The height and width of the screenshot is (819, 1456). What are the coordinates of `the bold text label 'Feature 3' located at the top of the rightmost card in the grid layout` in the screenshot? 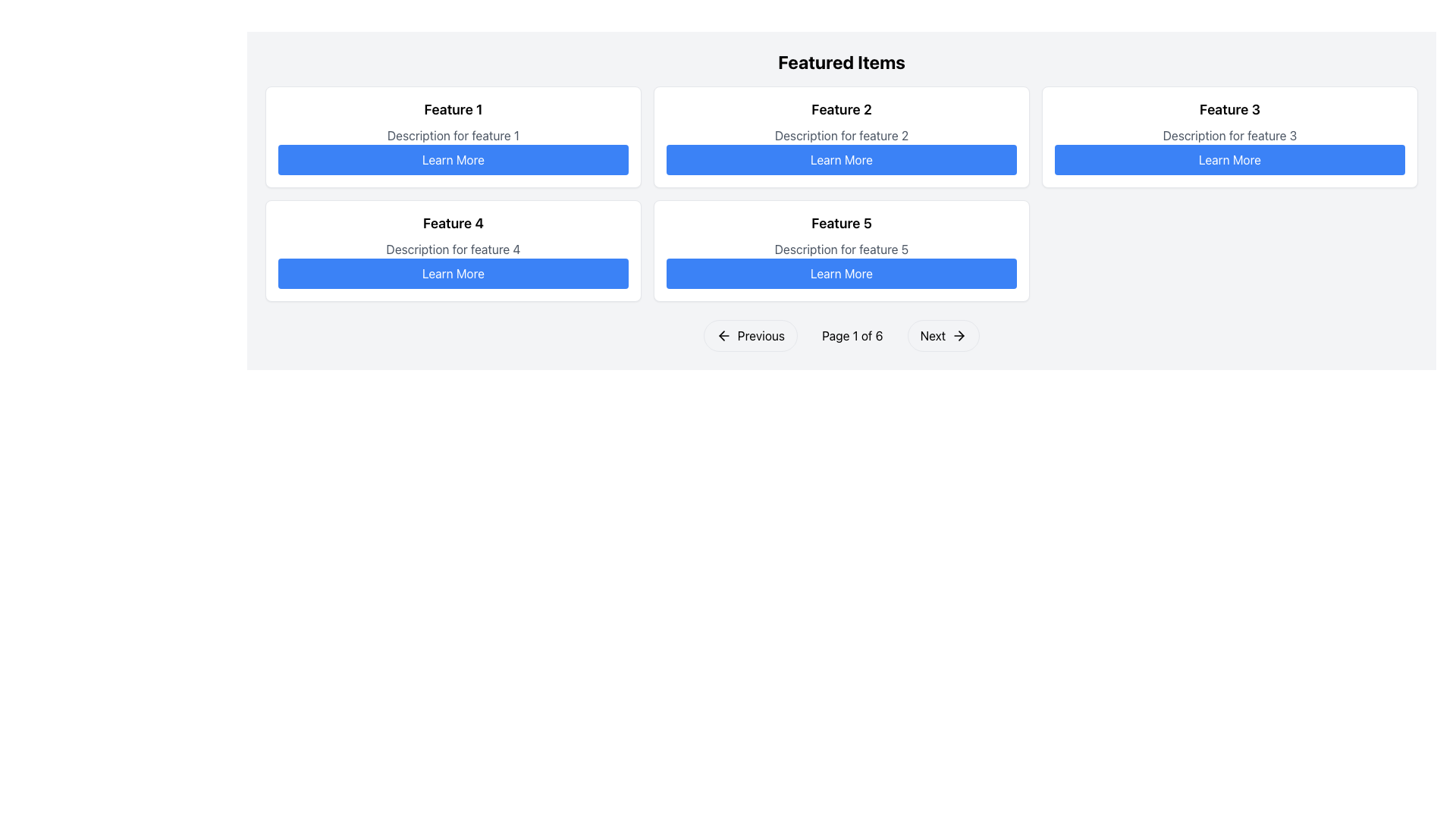 It's located at (1230, 109).